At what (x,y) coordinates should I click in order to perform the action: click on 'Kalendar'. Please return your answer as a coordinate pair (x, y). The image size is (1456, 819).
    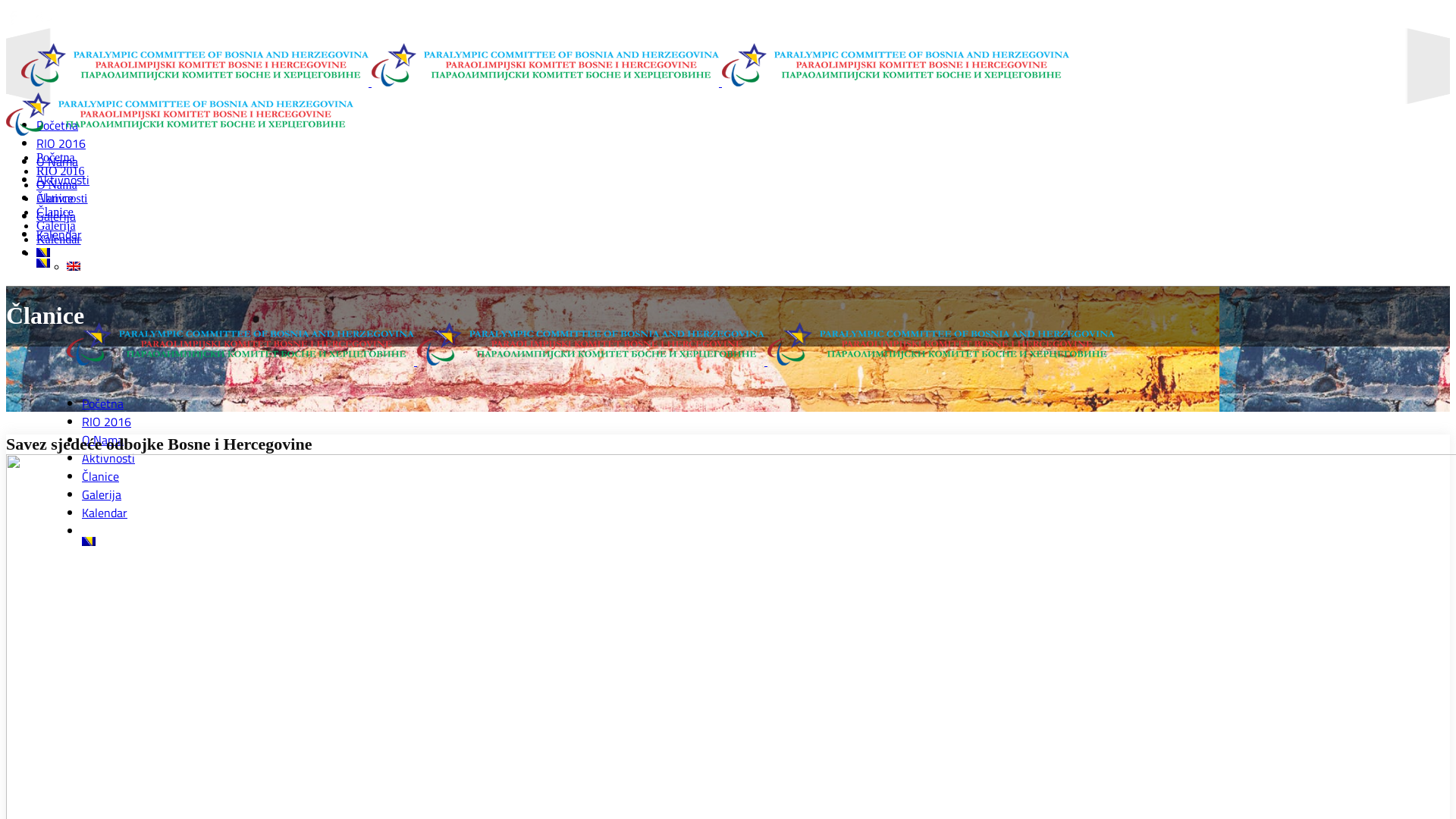
    Looking at the image, I should click on (58, 234).